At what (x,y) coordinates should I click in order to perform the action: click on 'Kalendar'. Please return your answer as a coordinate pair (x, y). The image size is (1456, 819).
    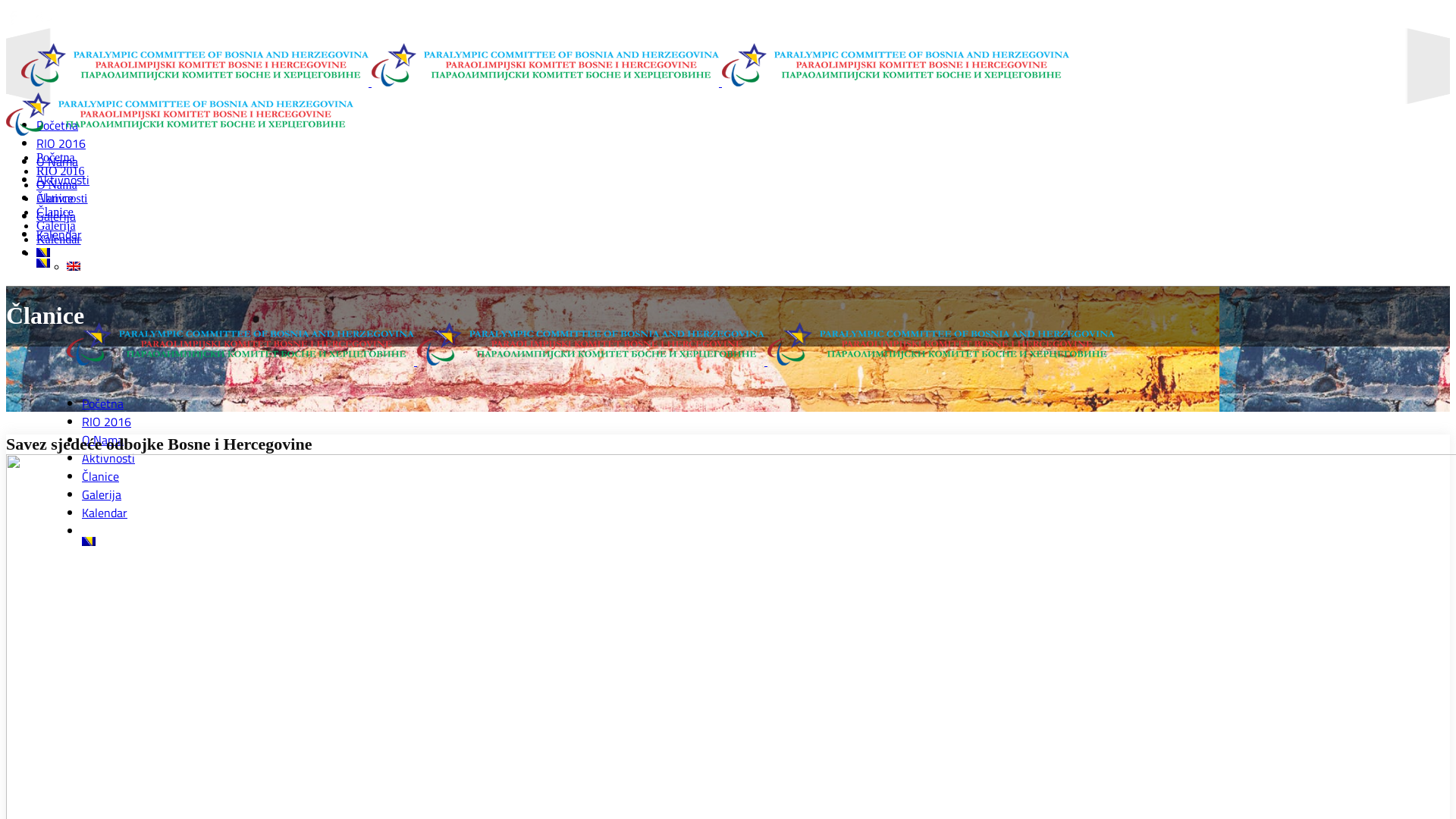
    Looking at the image, I should click on (58, 234).